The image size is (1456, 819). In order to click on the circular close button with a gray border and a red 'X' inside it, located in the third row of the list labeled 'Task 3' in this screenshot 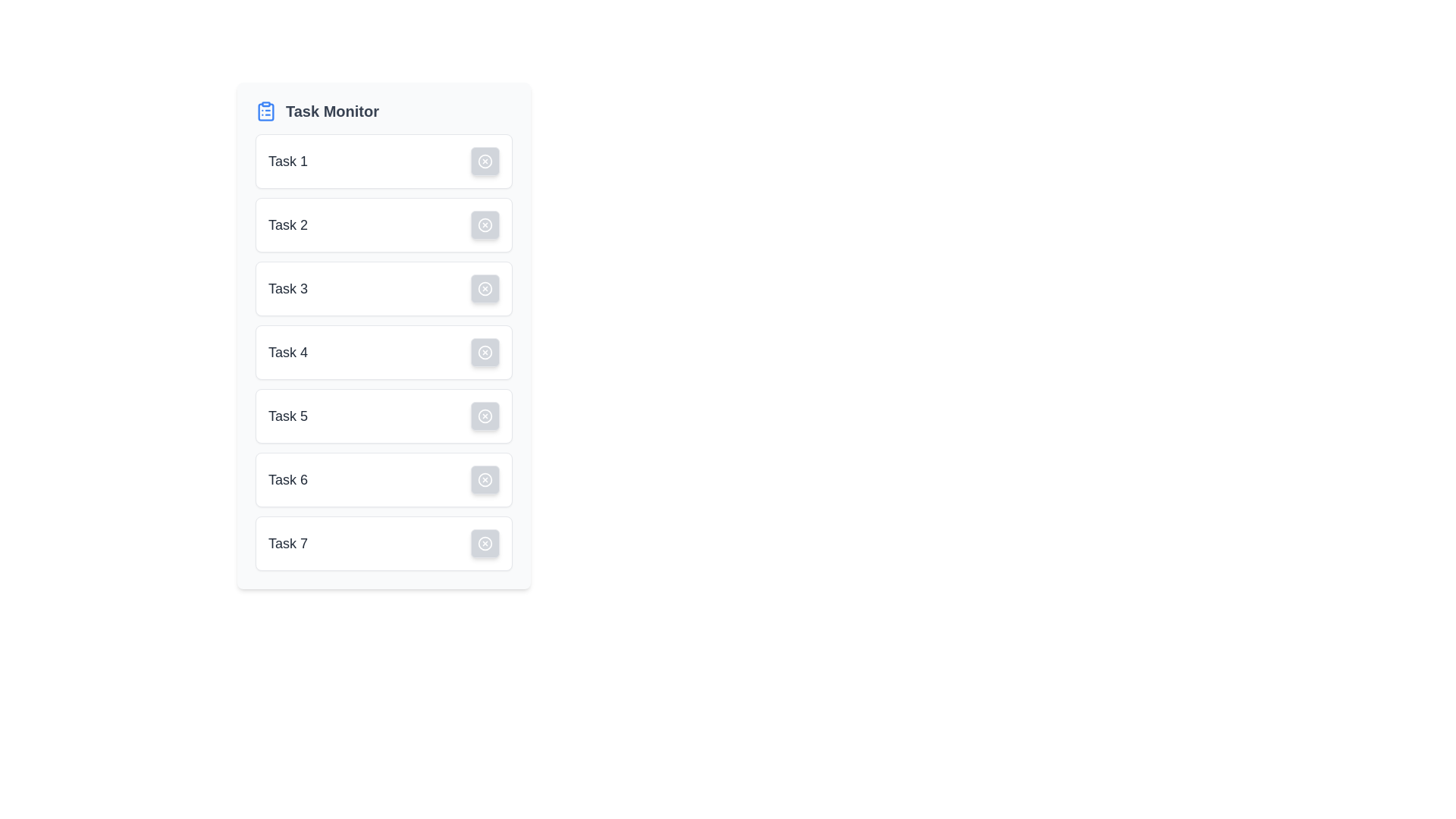, I will do `click(484, 289)`.